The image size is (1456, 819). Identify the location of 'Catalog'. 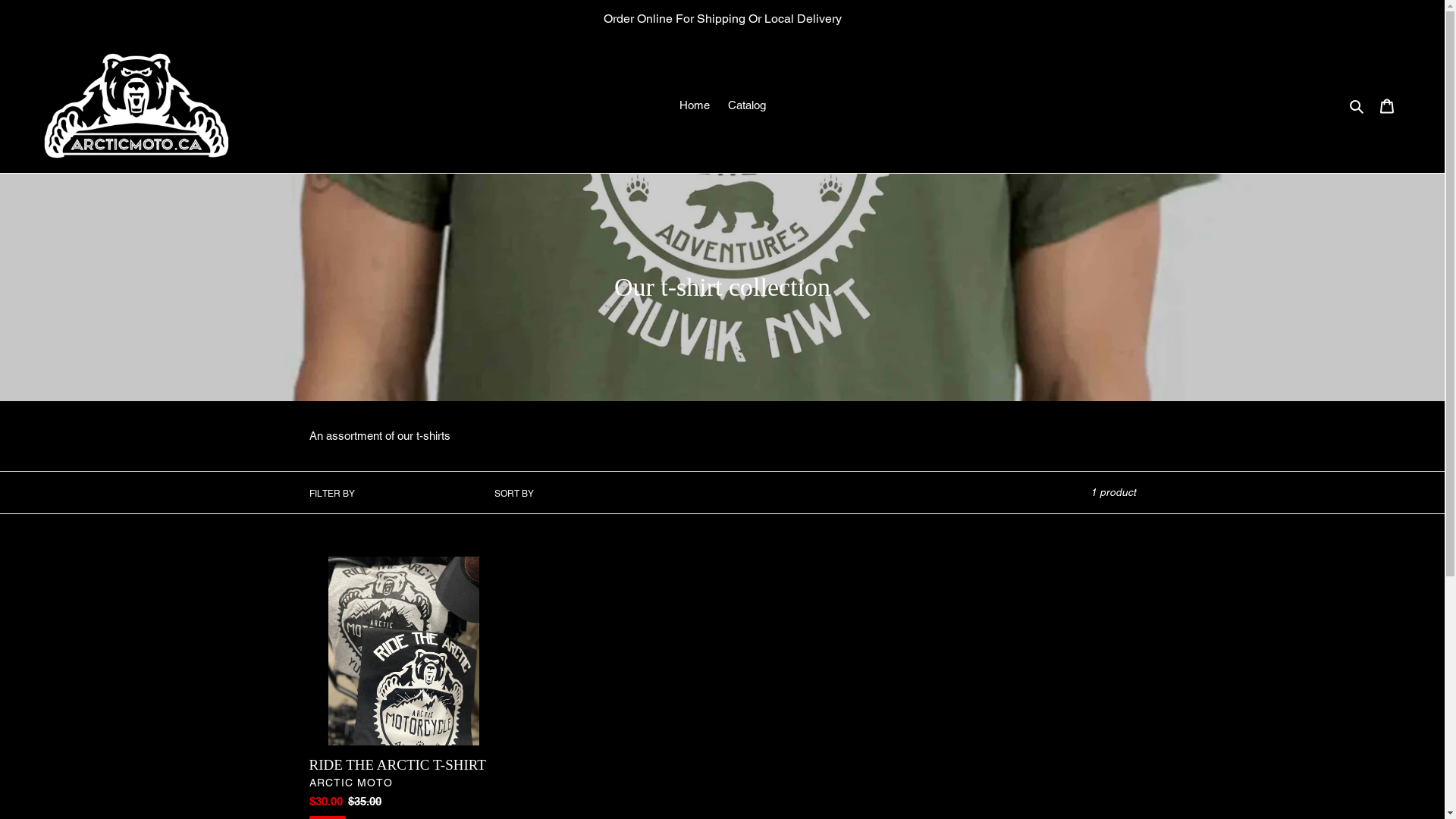
(720, 105).